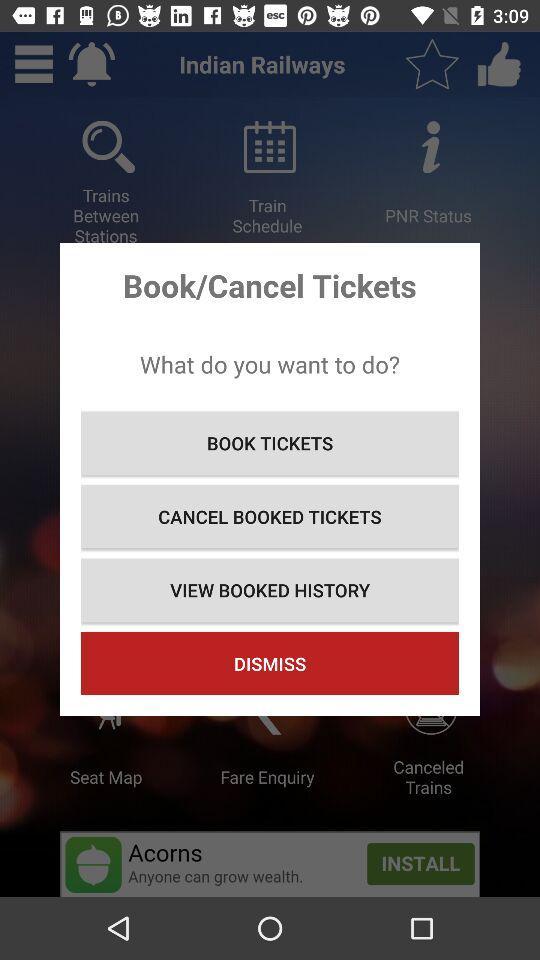  Describe the element at coordinates (270, 590) in the screenshot. I see `view booked history icon` at that location.